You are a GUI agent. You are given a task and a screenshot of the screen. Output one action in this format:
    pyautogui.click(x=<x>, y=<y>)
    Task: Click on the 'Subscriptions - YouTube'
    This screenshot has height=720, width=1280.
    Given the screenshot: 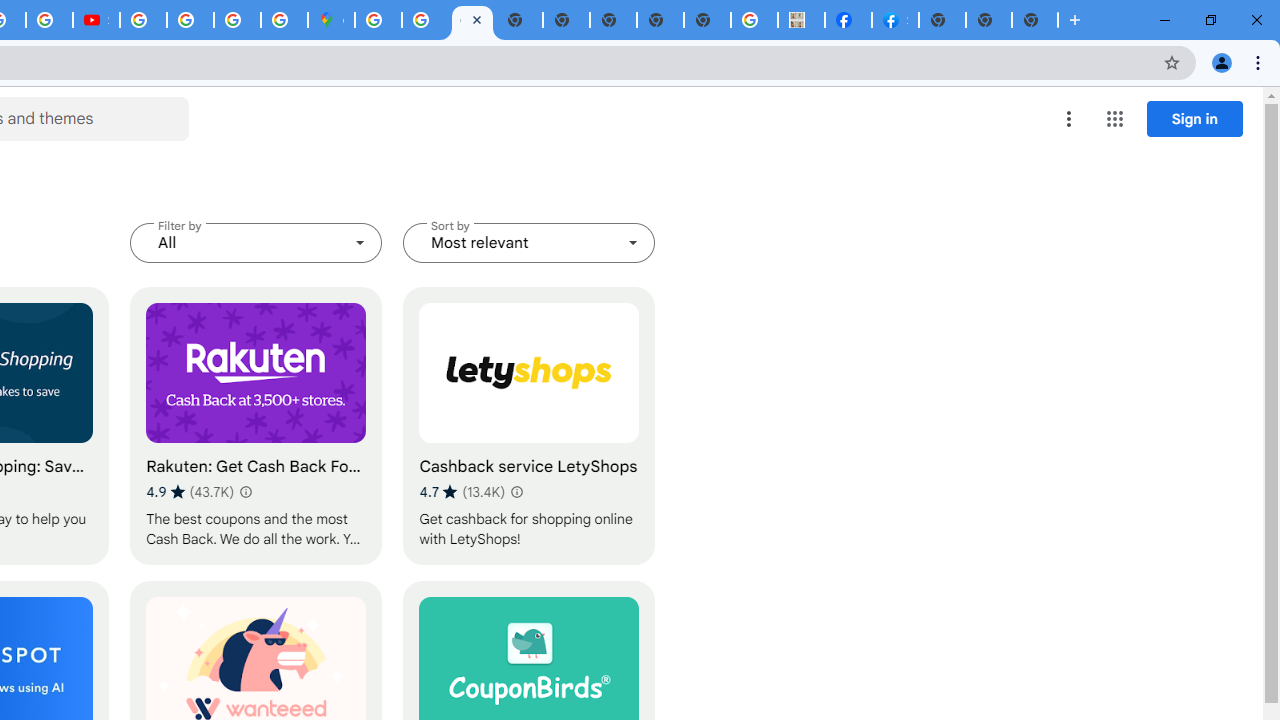 What is the action you would take?
    pyautogui.click(x=95, y=20)
    